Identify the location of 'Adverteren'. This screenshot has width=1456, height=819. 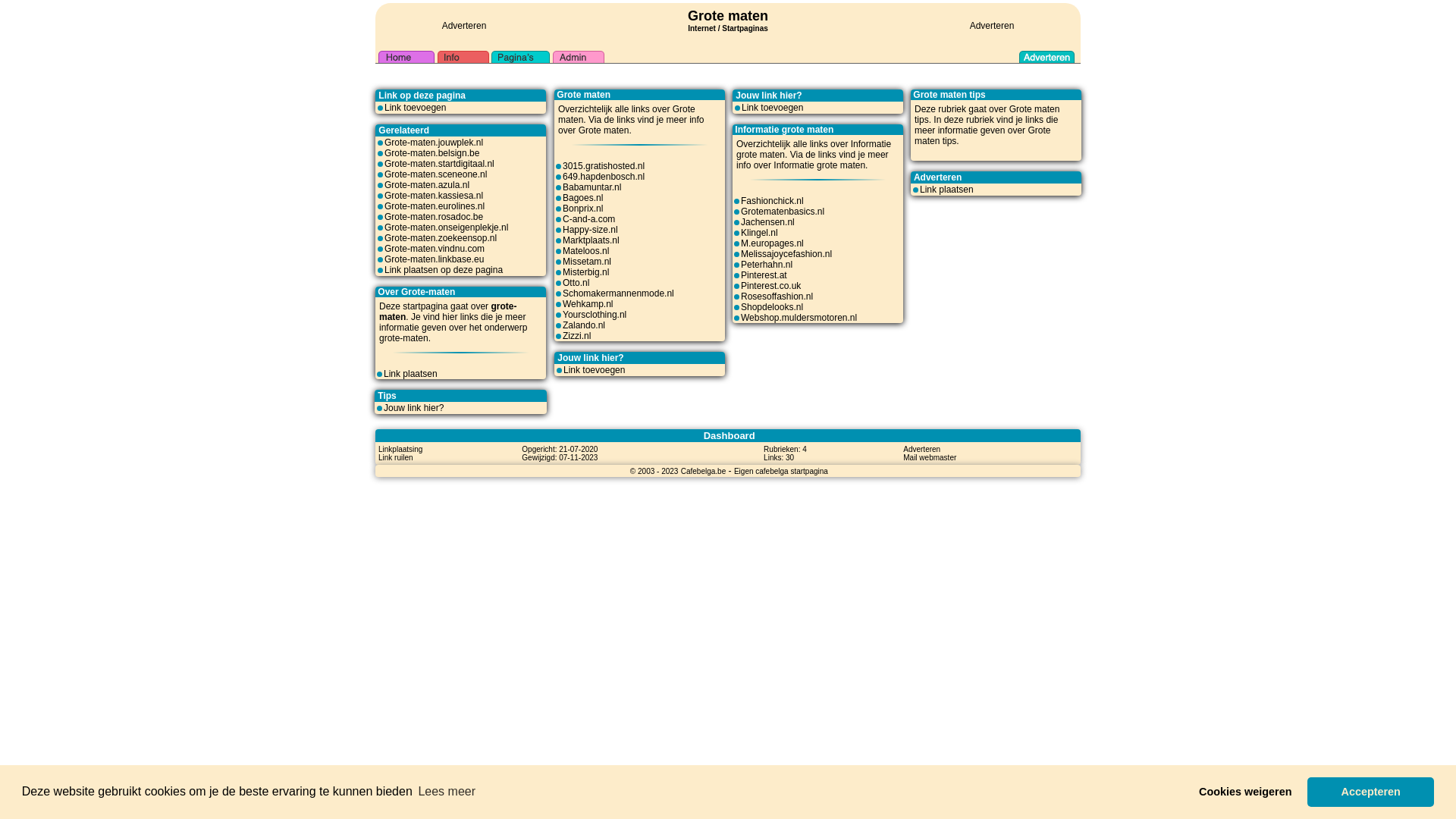
(463, 26).